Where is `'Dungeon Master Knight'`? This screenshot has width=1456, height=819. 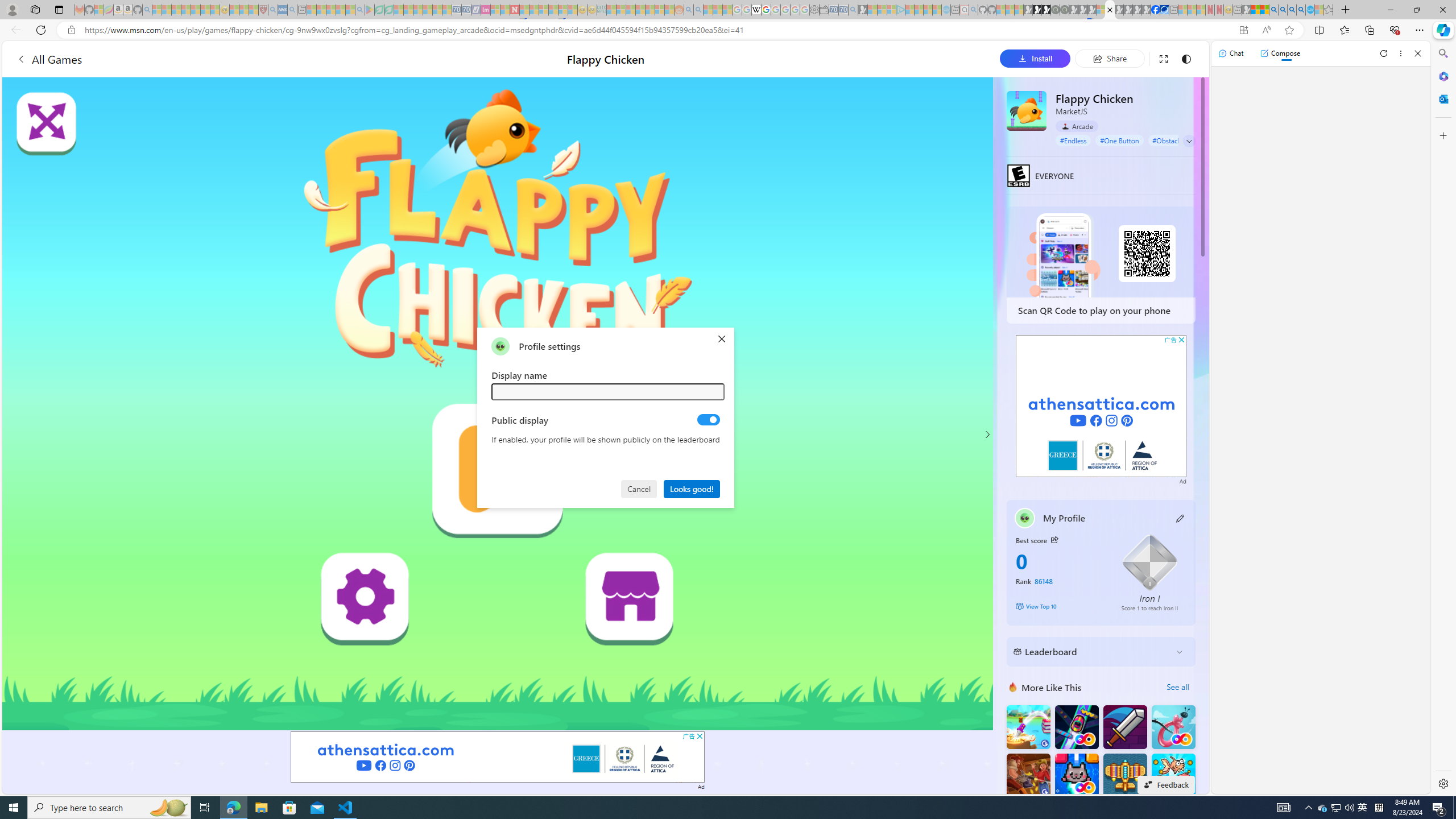 'Dungeon Master Knight' is located at coordinates (1124, 727).